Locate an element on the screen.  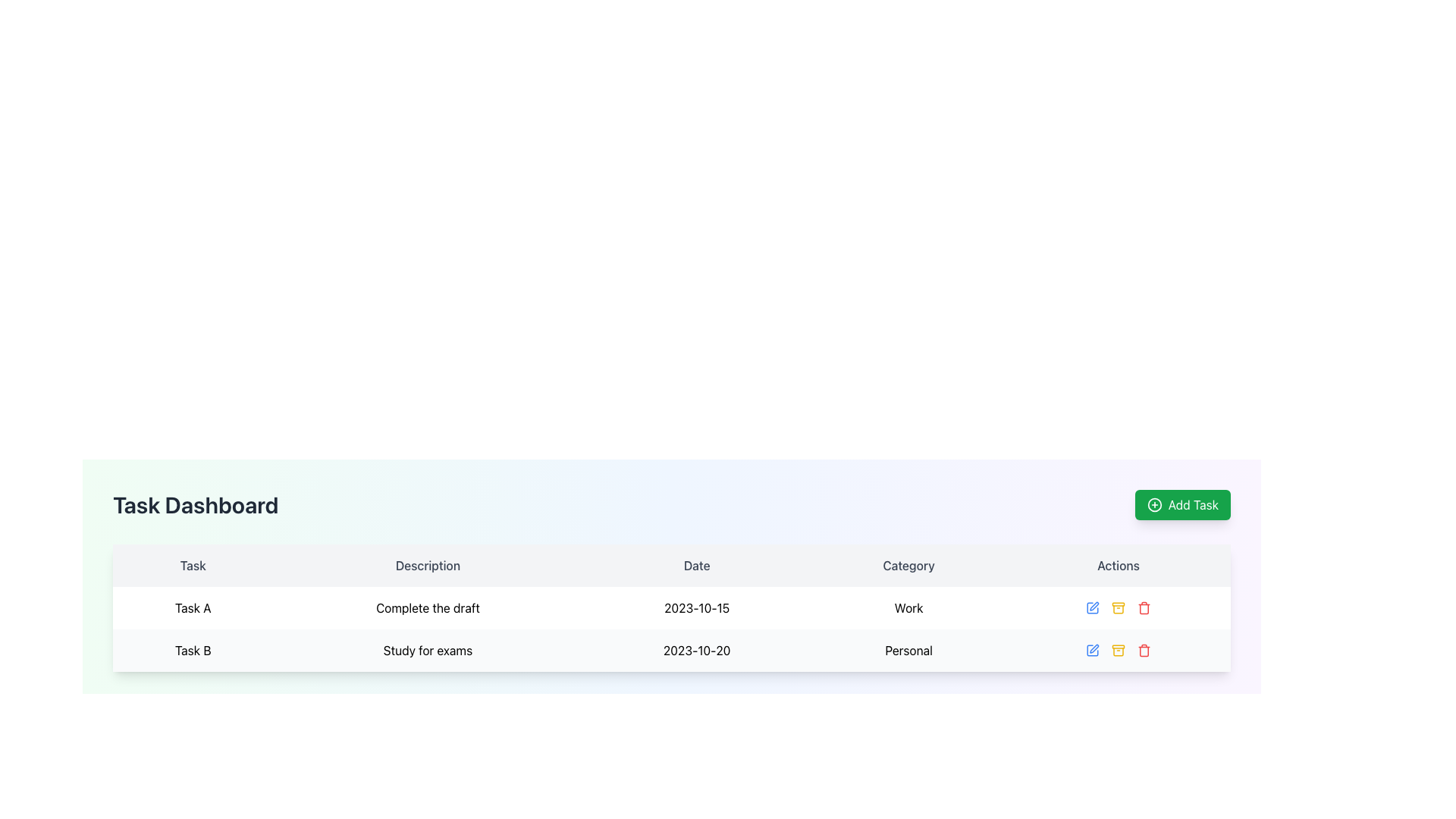
the text label displaying the word 'Task' in a gray font, which is located in the top-left corner of the table layout, above the 'Task A' row is located at coordinates (192, 565).